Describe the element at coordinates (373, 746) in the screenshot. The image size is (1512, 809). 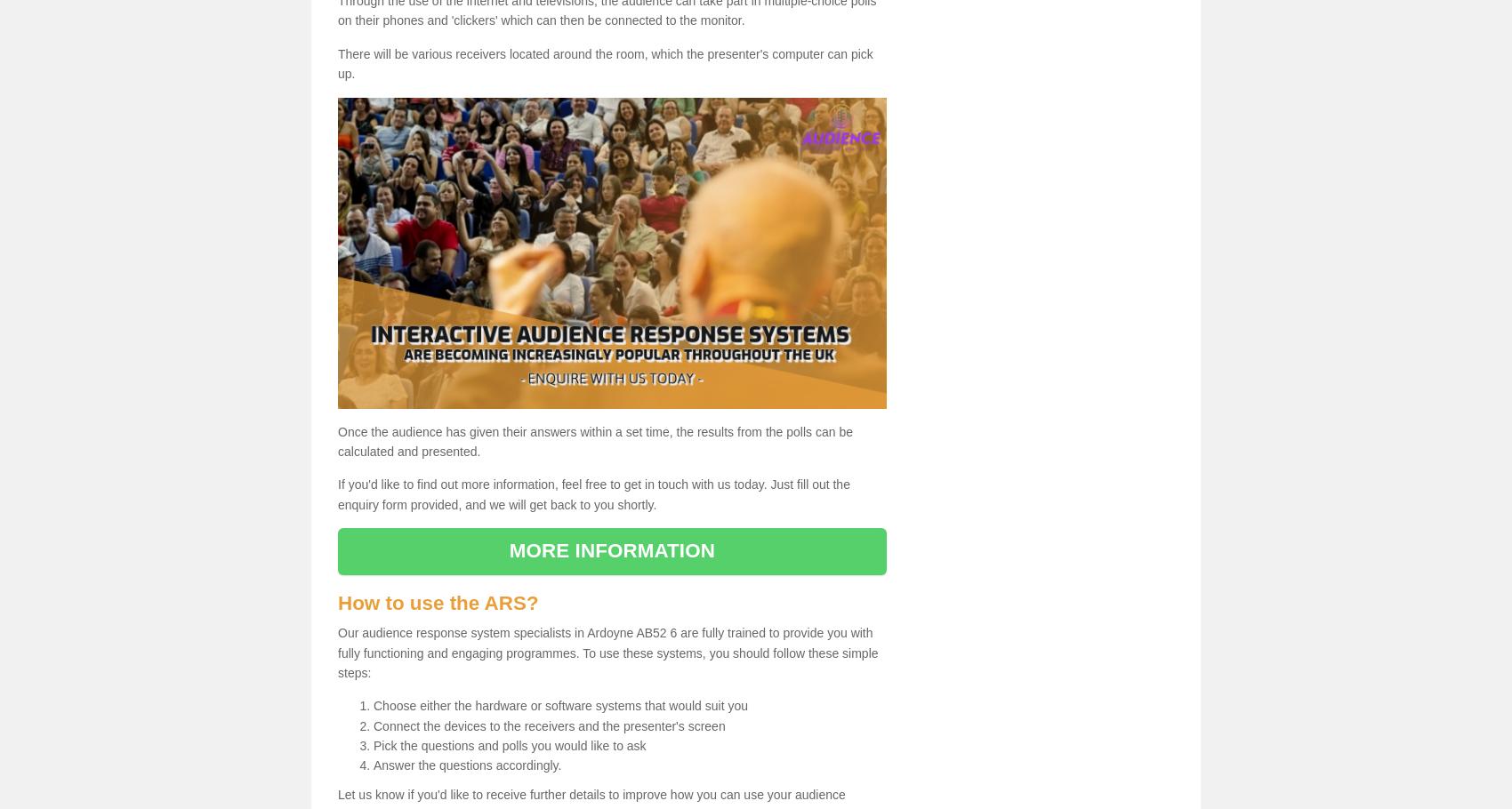
I see `'Pick the questions and polls you would like to ask'` at that location.